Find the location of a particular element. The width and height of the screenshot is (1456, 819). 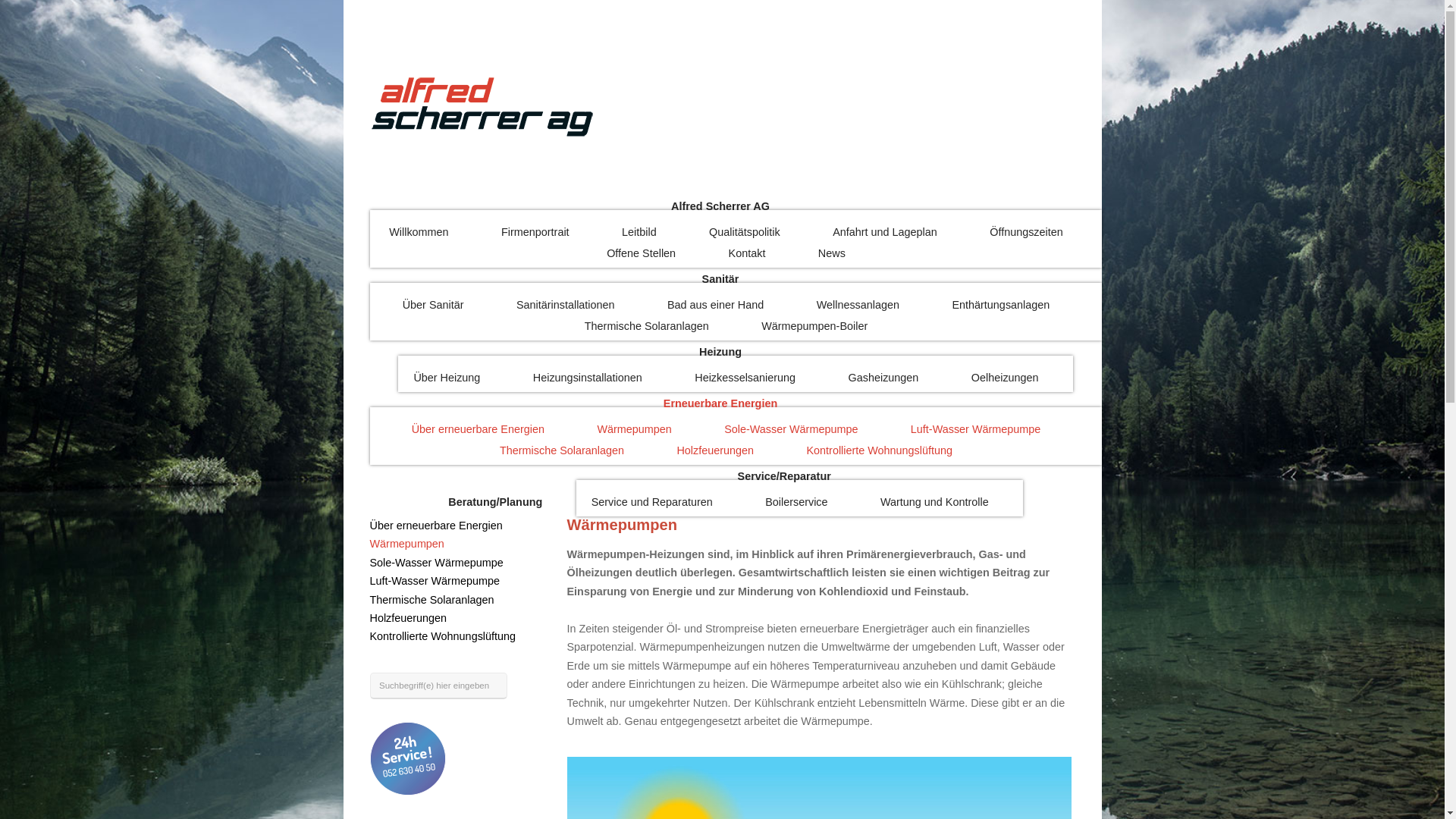

'News' is located at coordinates (831, 256).